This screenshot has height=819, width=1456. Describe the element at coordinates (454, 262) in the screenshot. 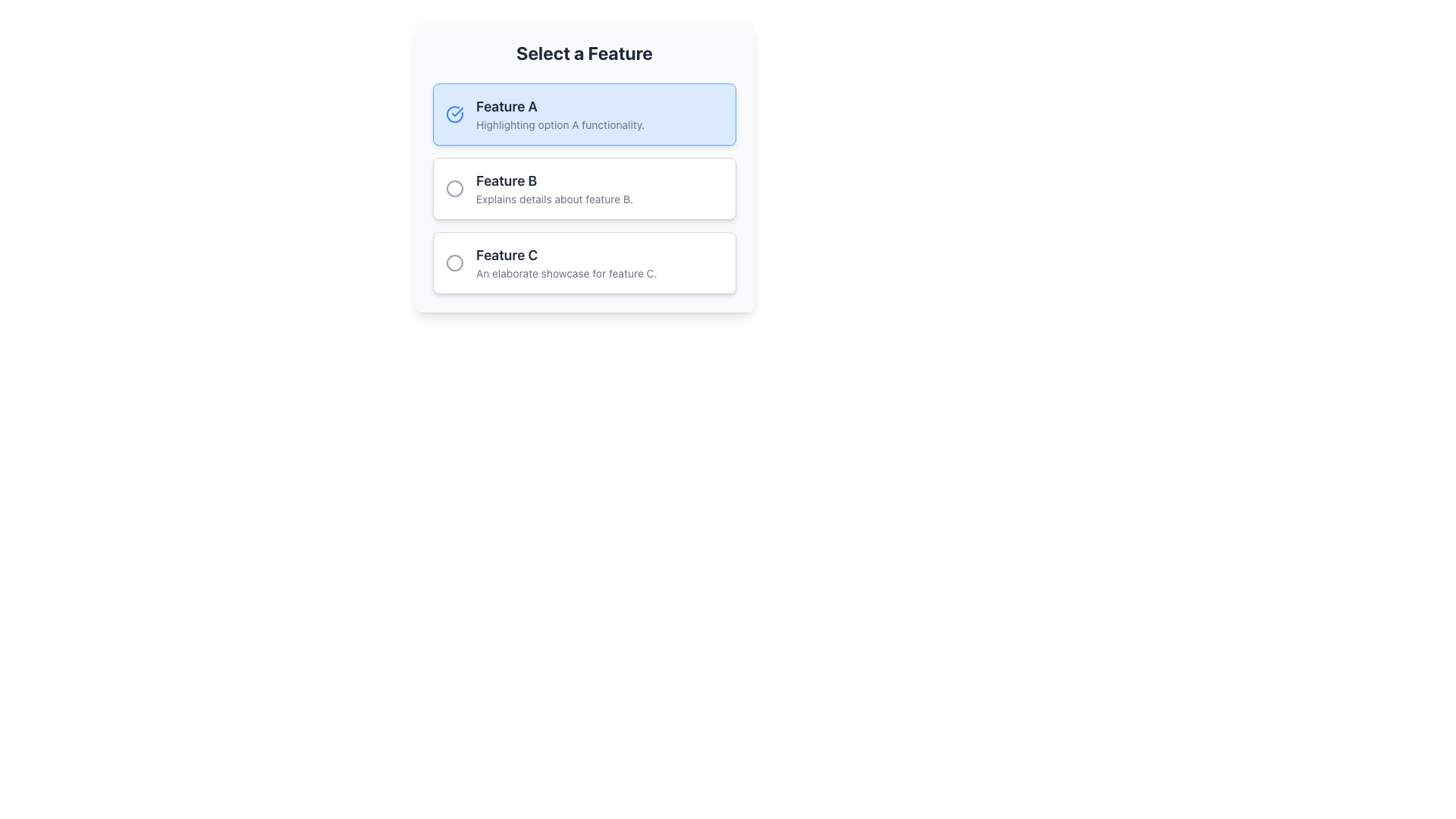

I see `the circular marker indicating the selection of 'Feature C' located to the left of the third text label in the list` at that location.